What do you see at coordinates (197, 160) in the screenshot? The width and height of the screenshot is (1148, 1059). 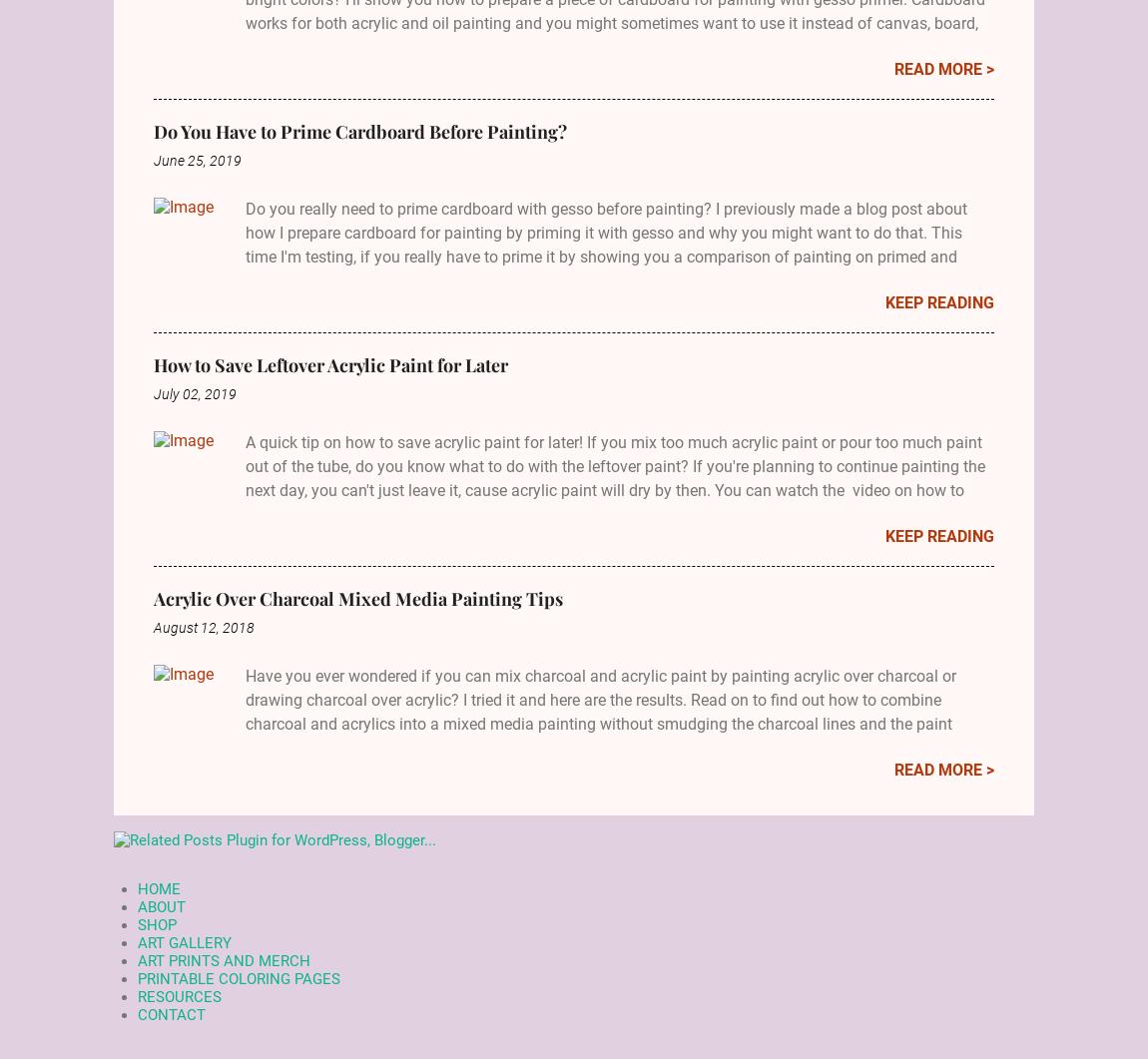 I see `'June 25, 2019'` at bounding box center [197, 160].